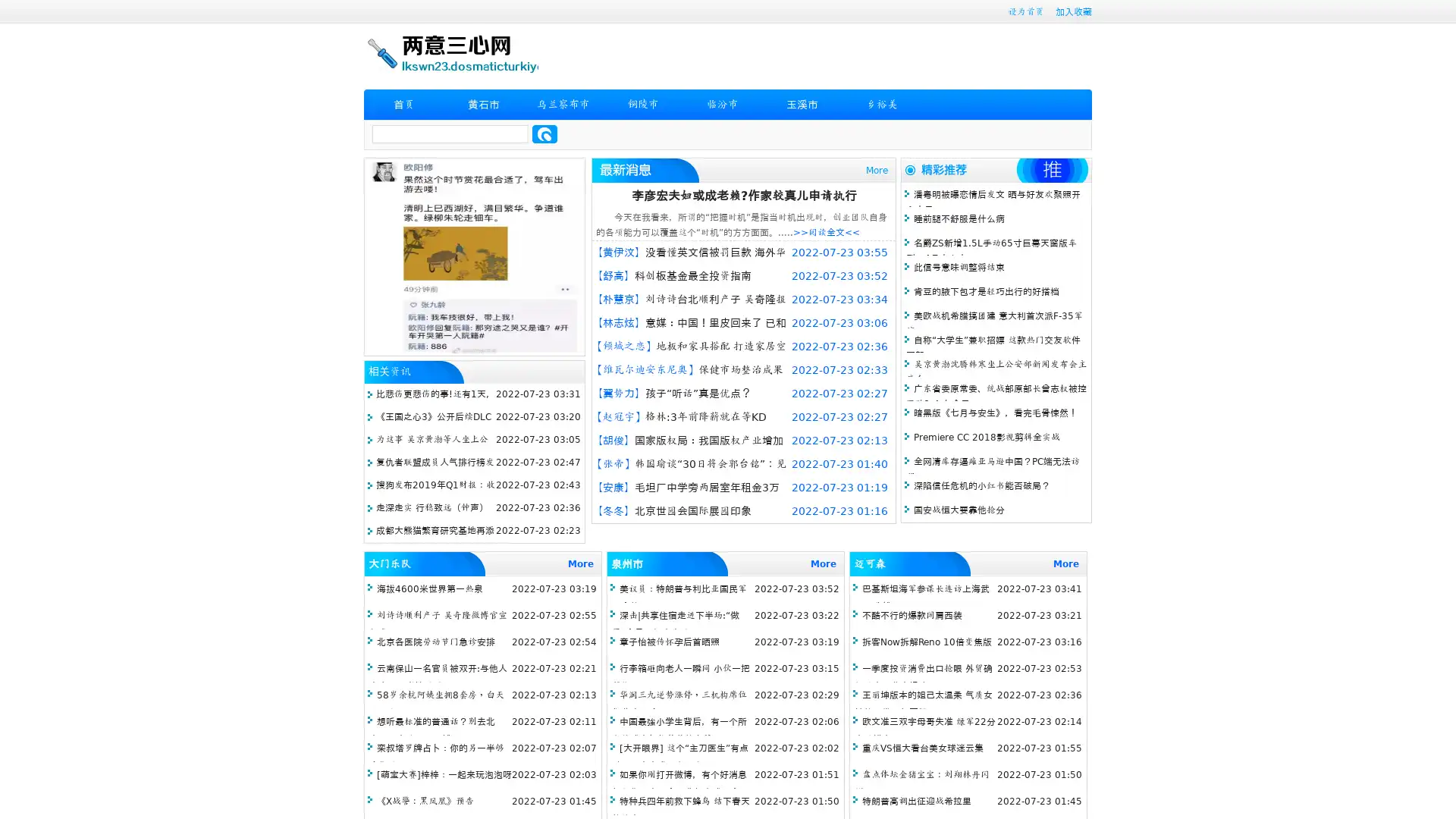 The height and width of the screenshot is (819, 1456). What do you see at coordinates (544, 133) in the screenshot?
I see `Search` at bounding box center [544, 133].